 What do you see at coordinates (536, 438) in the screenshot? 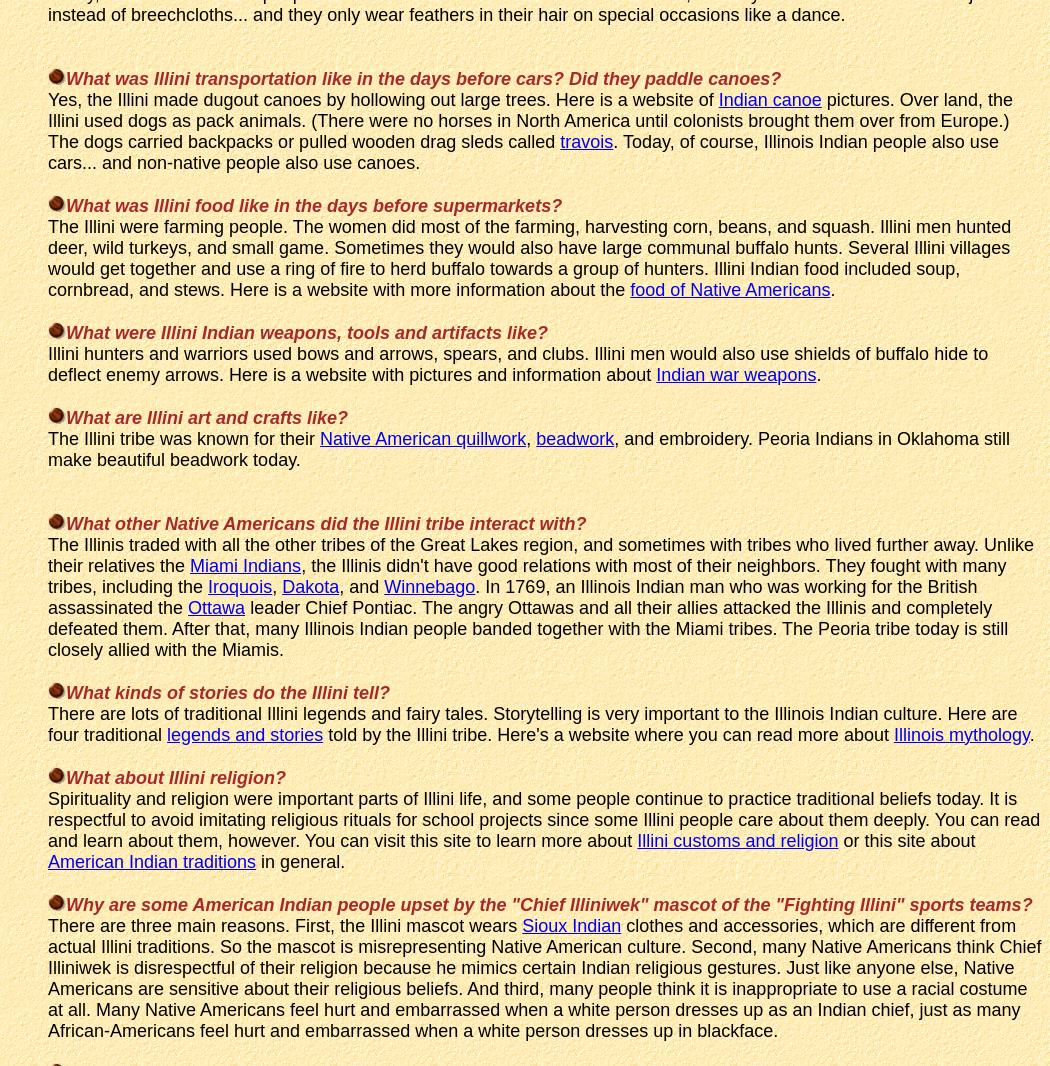
I see `'beadwork'` at bounding box center [536, 438].